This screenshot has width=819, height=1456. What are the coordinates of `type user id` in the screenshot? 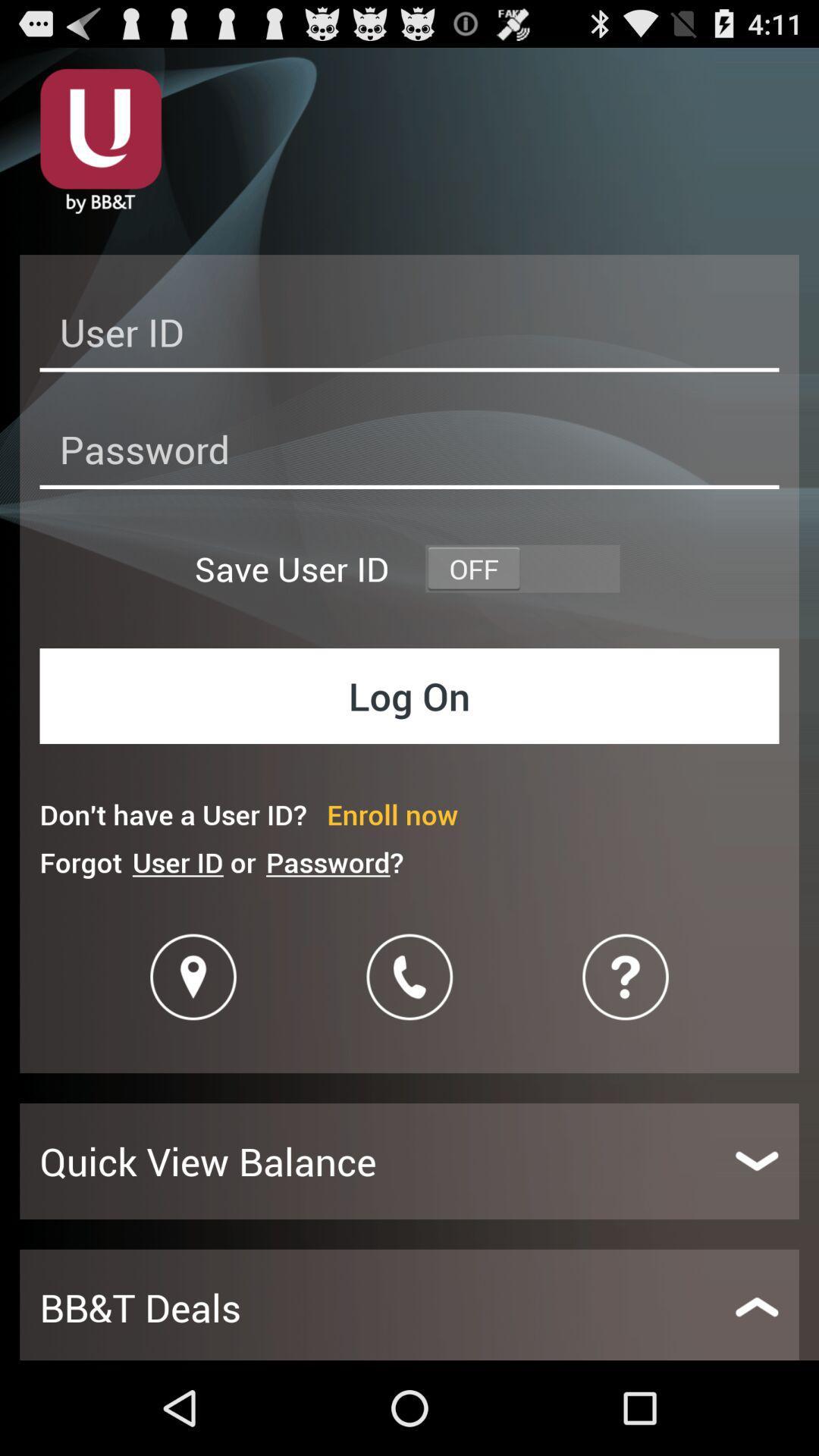 It's located at (409, 336).